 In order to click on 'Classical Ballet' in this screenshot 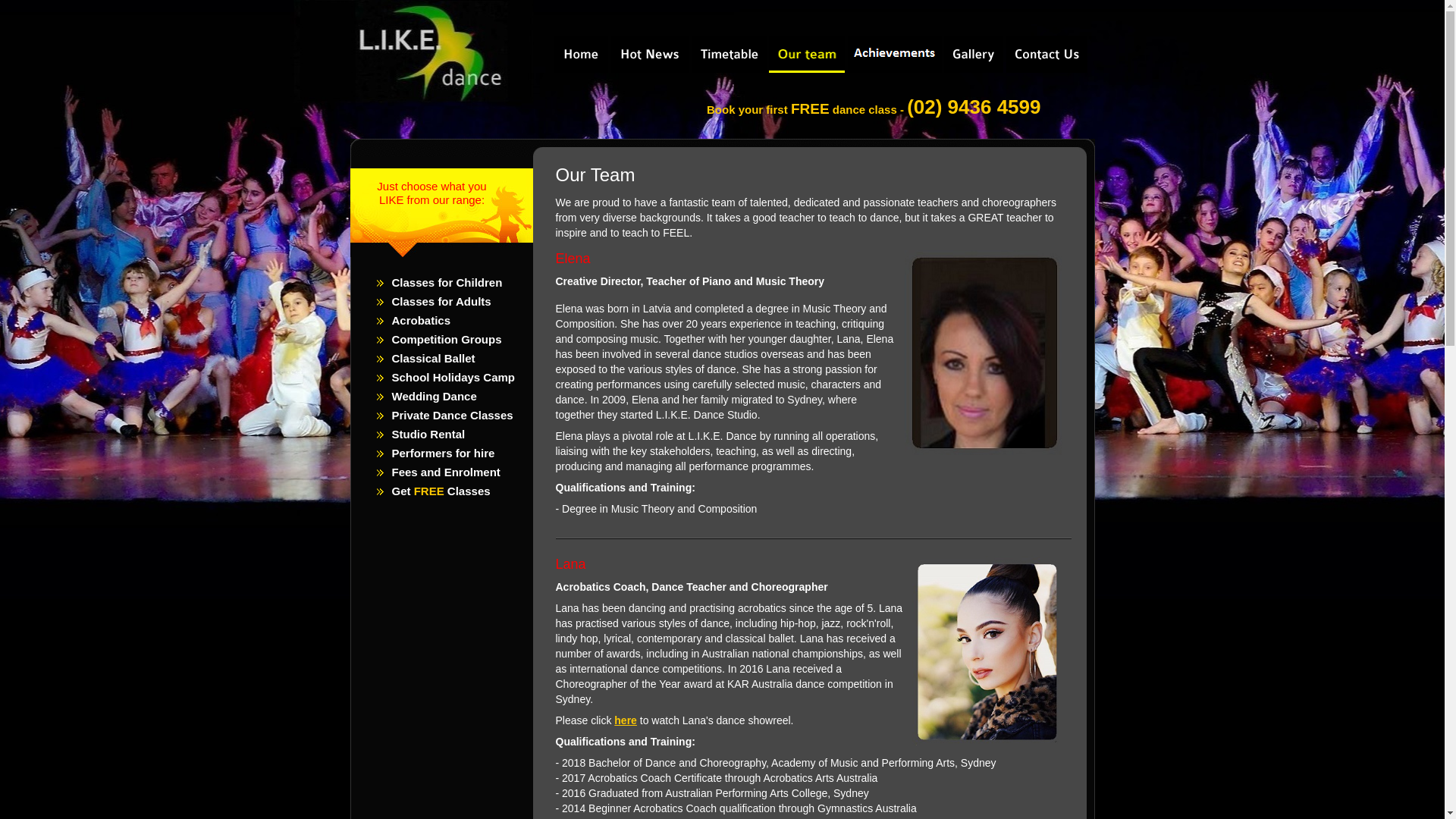, I will do `click(432, 358)`.